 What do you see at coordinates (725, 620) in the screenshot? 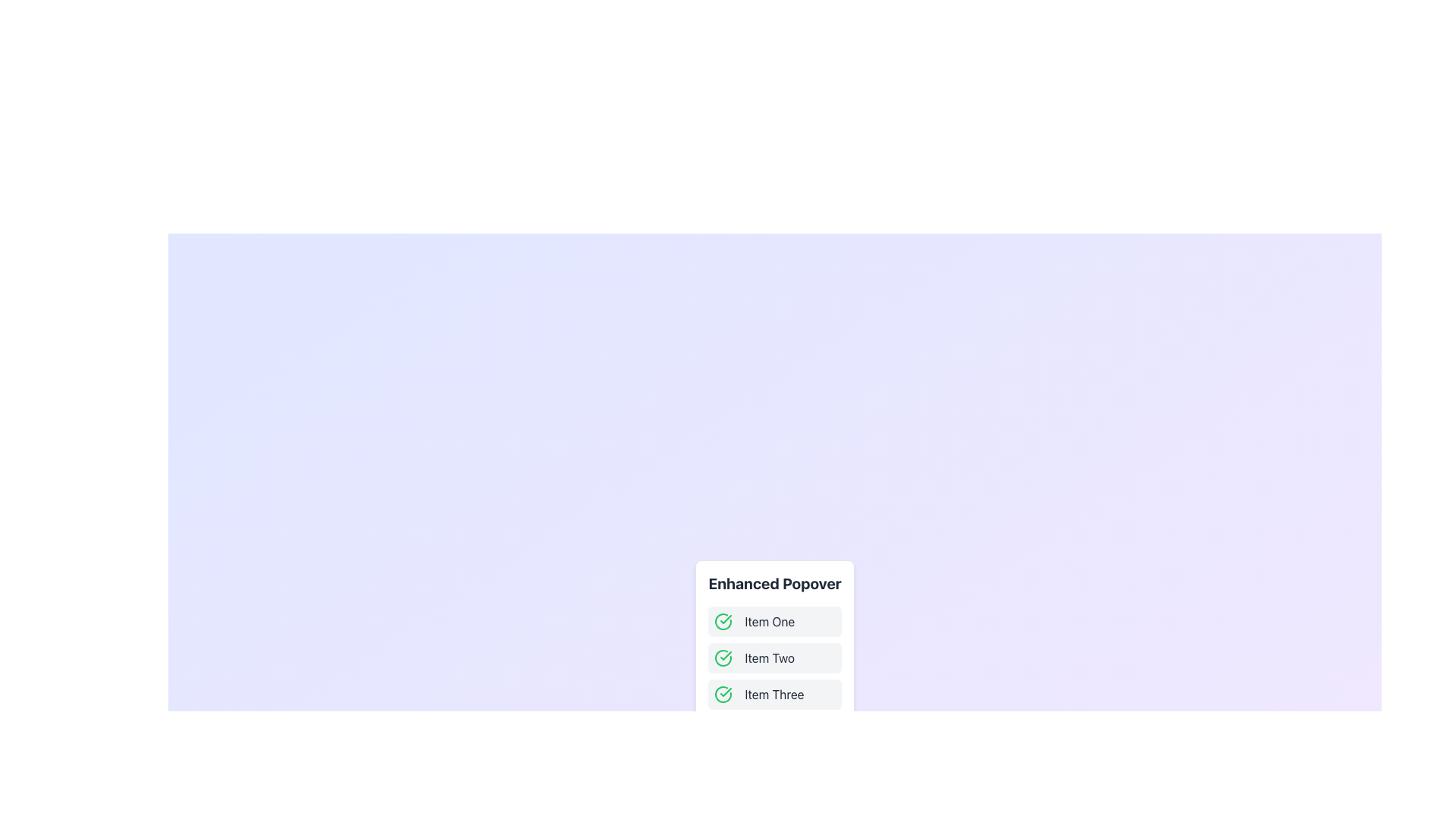
I see `the check mark icon located to the left of the second item in a vertical list within a popover panel, which serves as a visual indicator for marking an item as completed` at bounding box center [725, 620].